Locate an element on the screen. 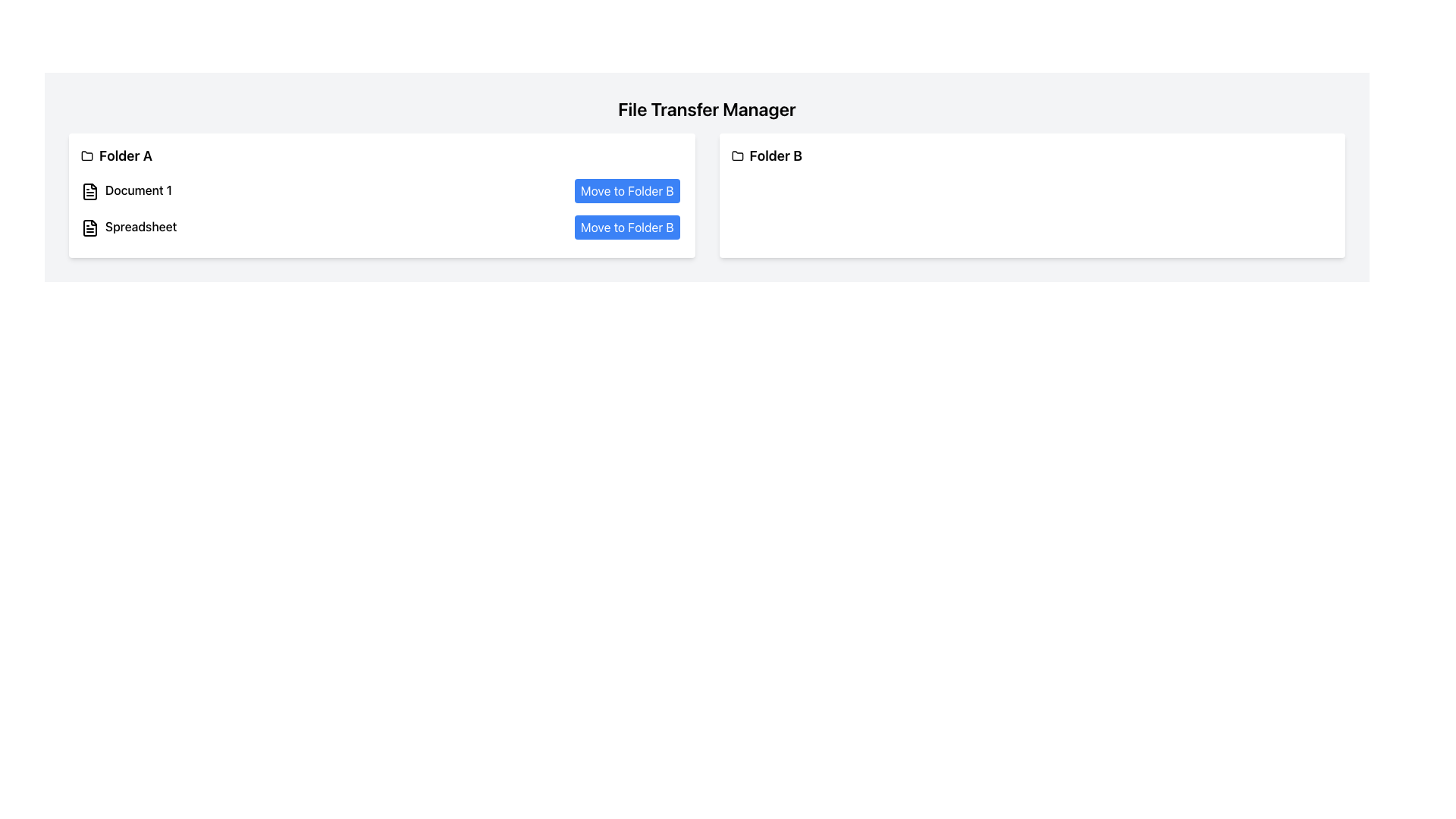 This screenshot has height=819, width=1456. the icon that identifies 'Folder A', which is located at the top of the list within the left card of the layout is located at coordinates (86, 155).